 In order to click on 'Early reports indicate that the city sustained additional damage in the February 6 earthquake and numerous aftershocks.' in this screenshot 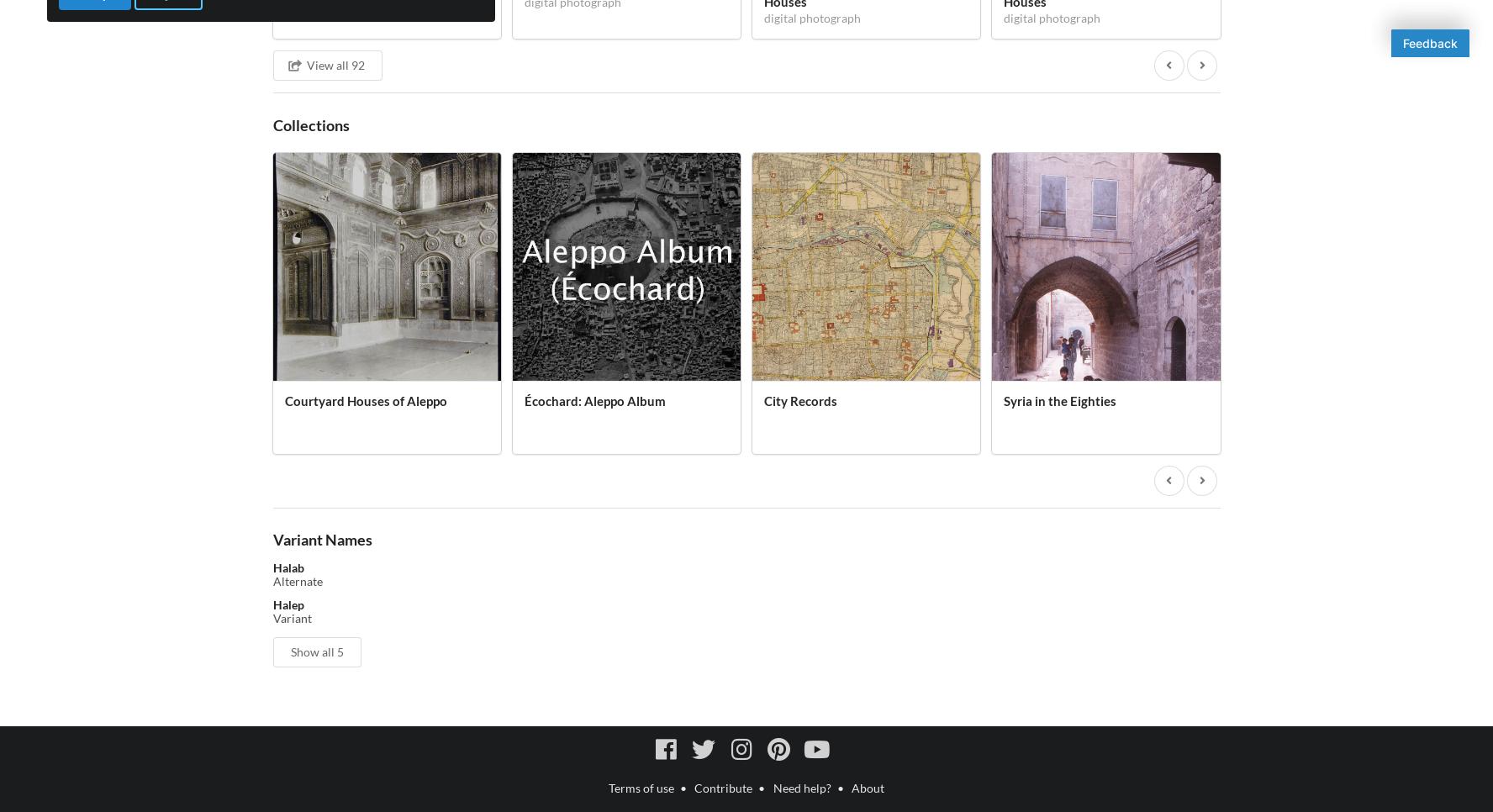, I will do `click(736, 535)`.